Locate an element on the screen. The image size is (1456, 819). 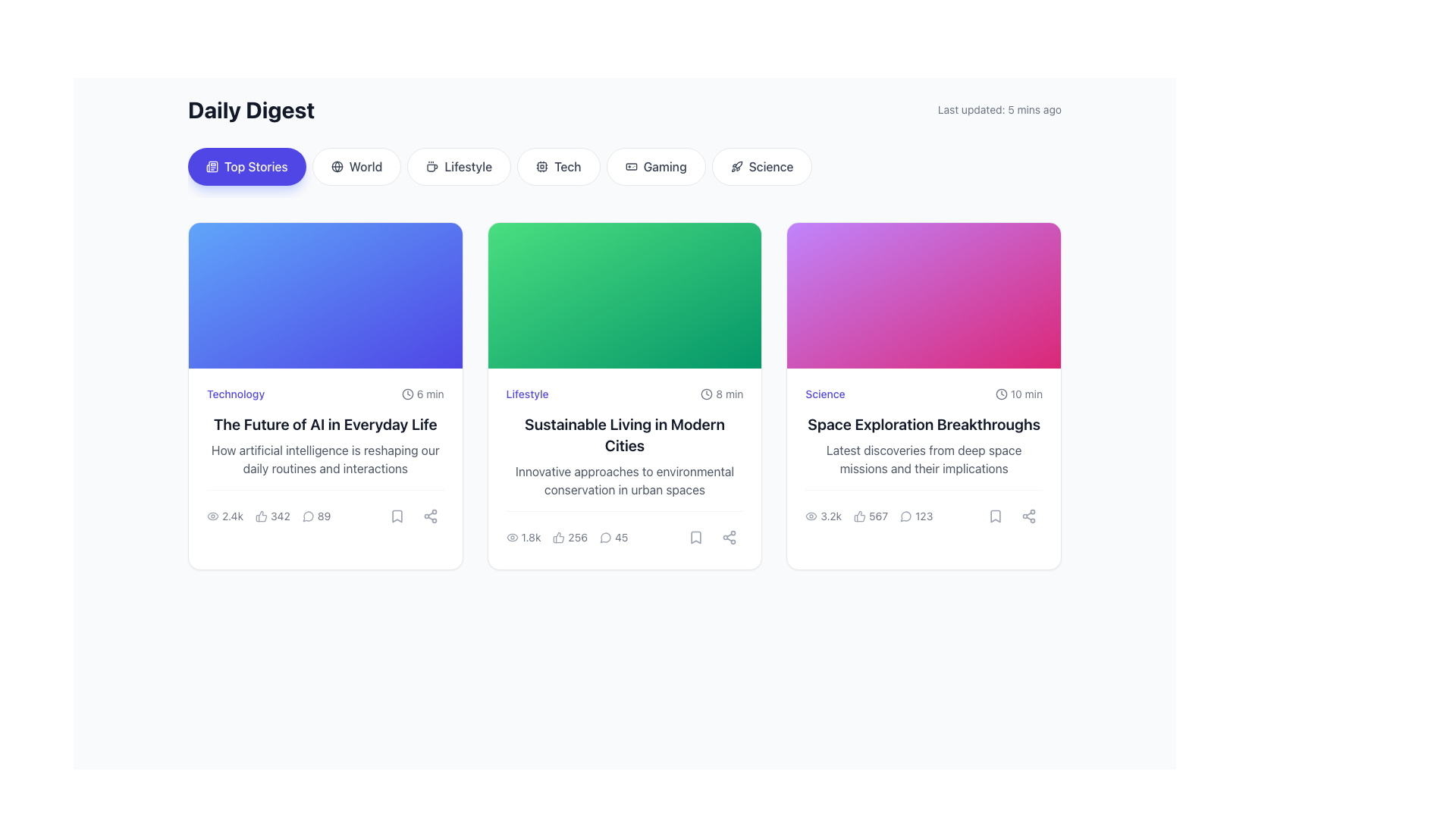
the button labeled 'Gaming' which contains a modern, minimalistic game controller icon located on the left side is located at coordinates (631, 166).